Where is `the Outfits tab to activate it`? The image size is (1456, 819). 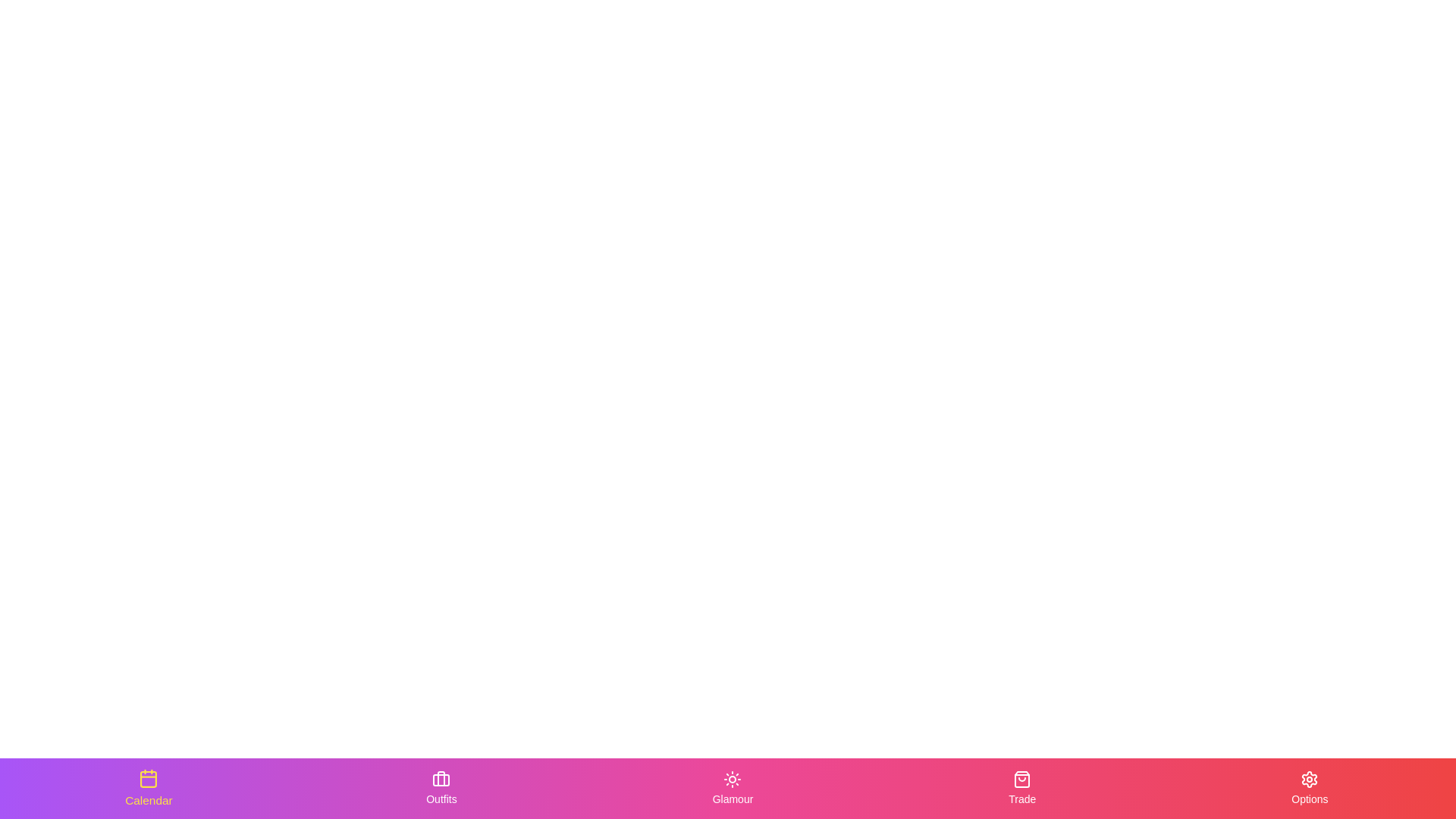
the Outfits tab to activate it is located at coordinates (440, 788).